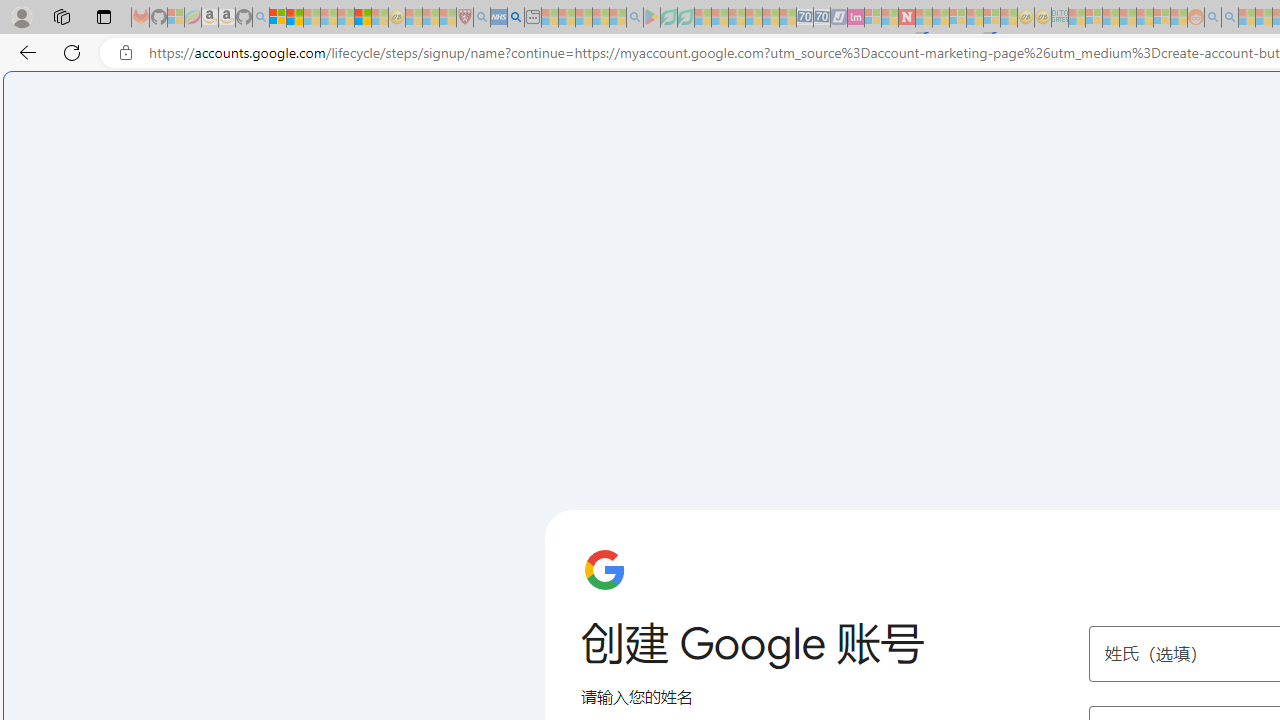 Image resolution: width=1280 pixels, height=720 pixels. I want to click on 'Bluey: Let', so click(652, 17).